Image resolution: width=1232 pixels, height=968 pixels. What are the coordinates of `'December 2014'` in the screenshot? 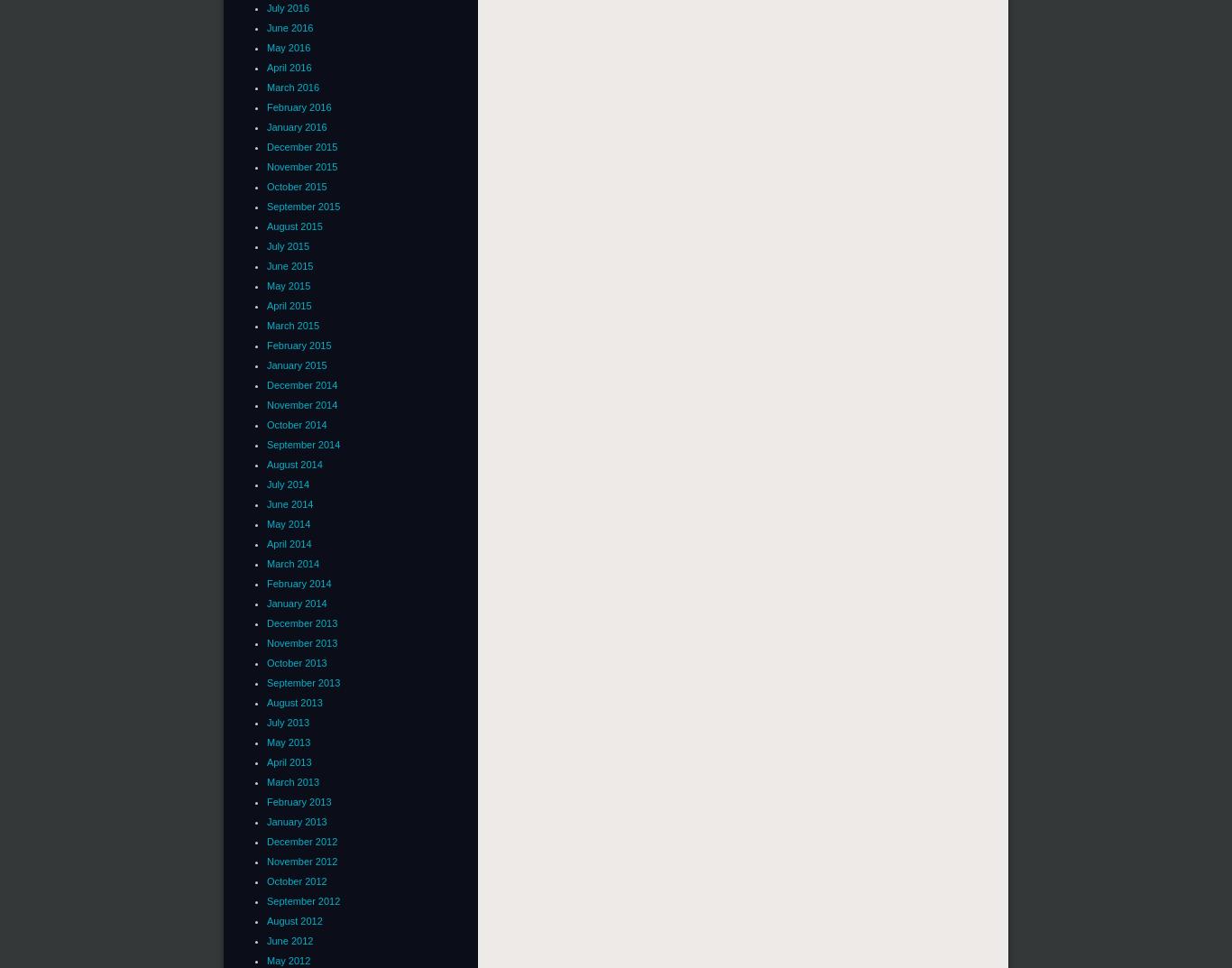 It's located at (301, 383).